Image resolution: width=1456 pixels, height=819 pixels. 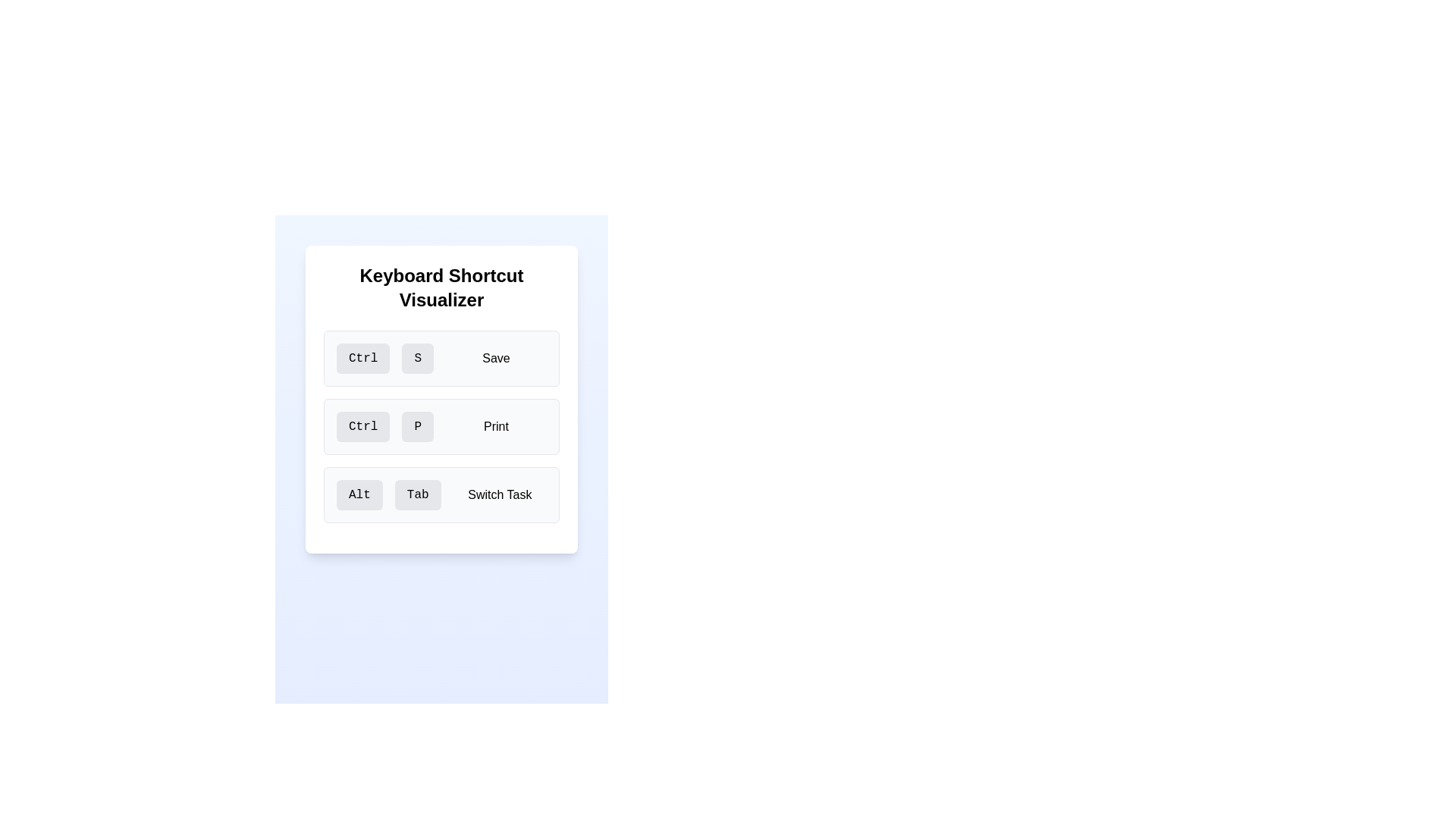 What do you see at coordinates (362, 359) in the screenshot?
I see `the static button labeled 'Ctrl', which is a rectangular button with rounded corners and a light gray background, centered in its design` at bounding box center [362, 359].